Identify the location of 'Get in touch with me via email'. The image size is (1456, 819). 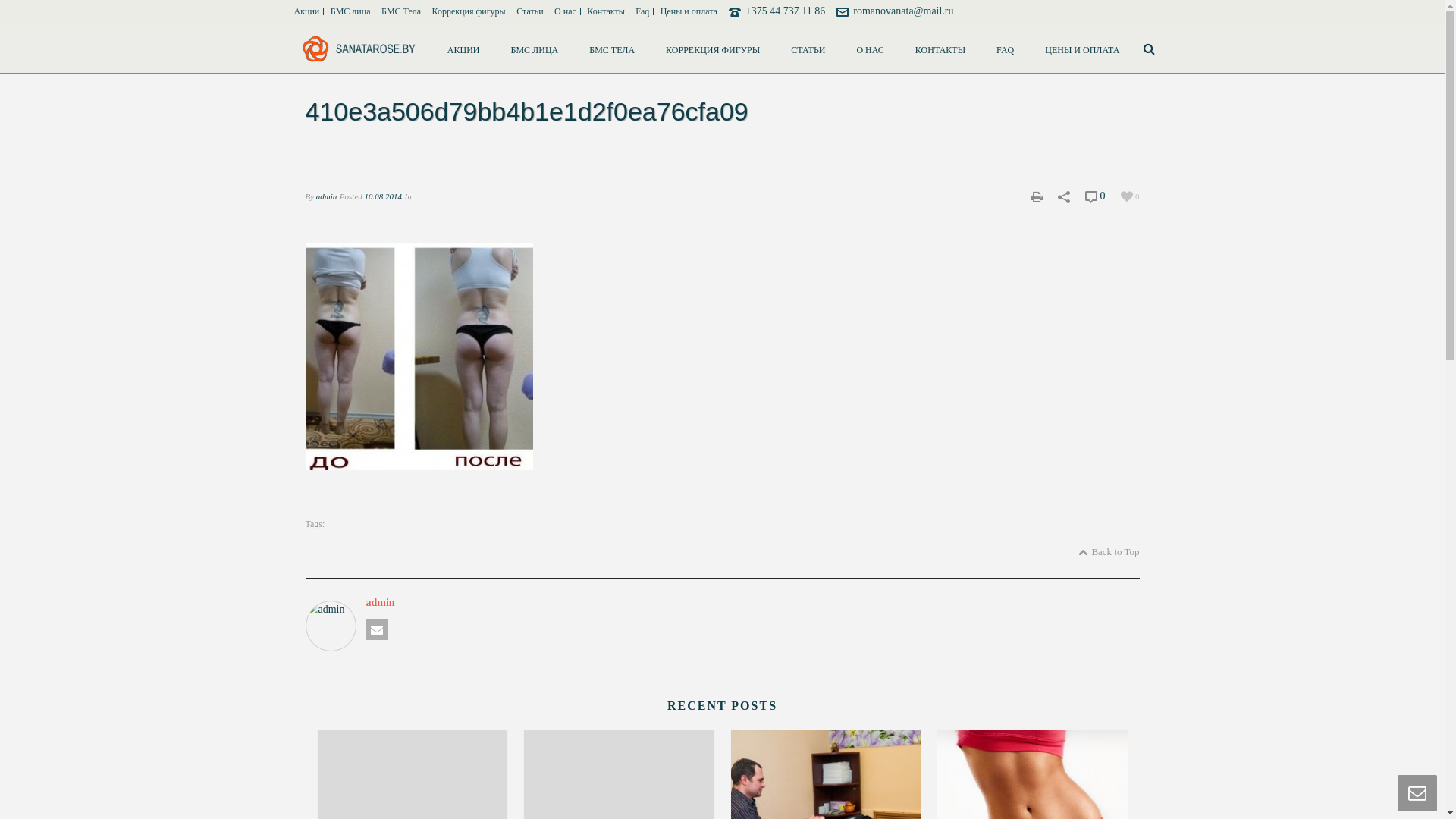
(375, 629).